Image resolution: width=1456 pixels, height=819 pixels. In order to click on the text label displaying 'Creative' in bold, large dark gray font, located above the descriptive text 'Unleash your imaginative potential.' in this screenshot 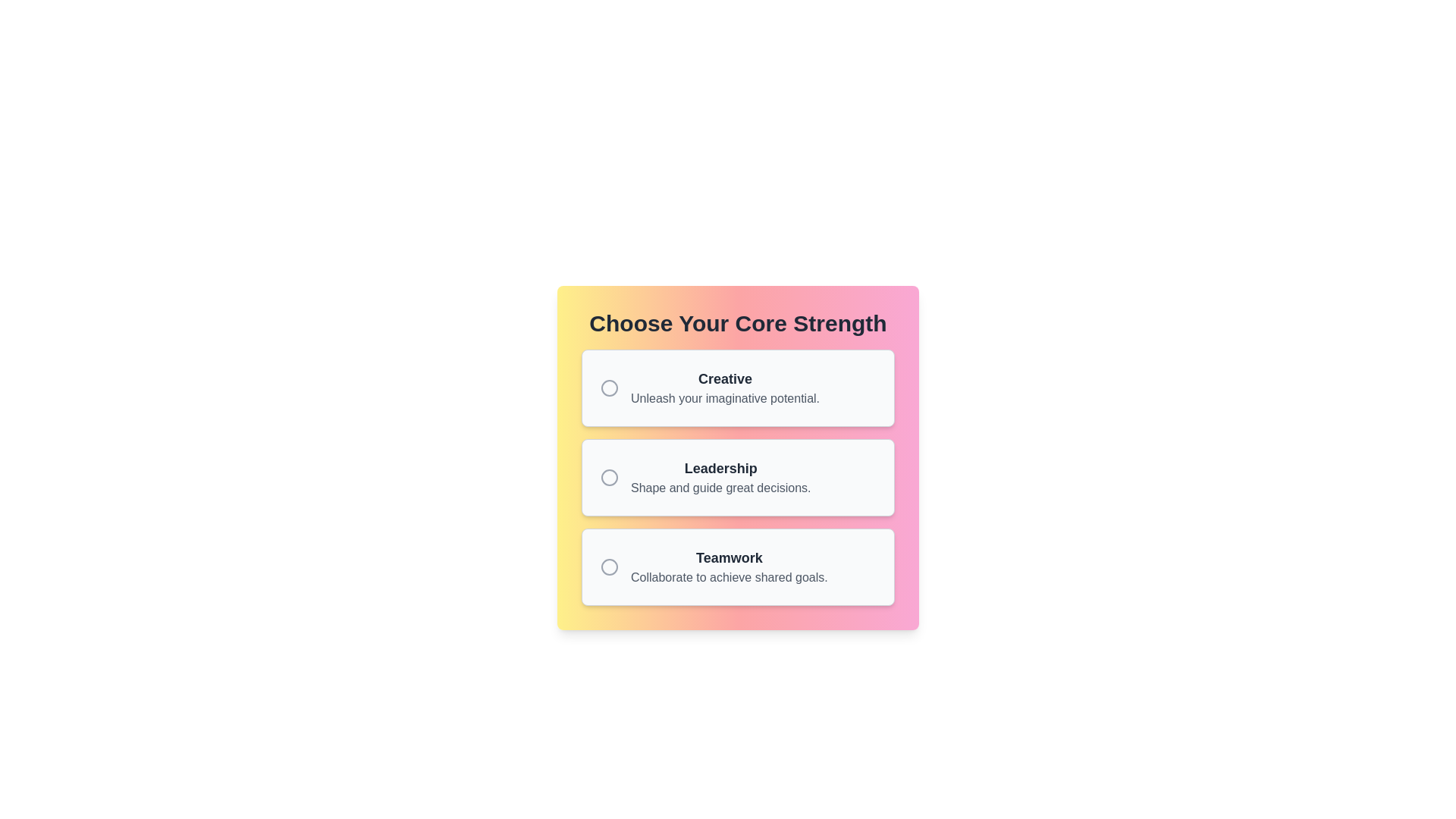, I will do `click(724, 378)`.